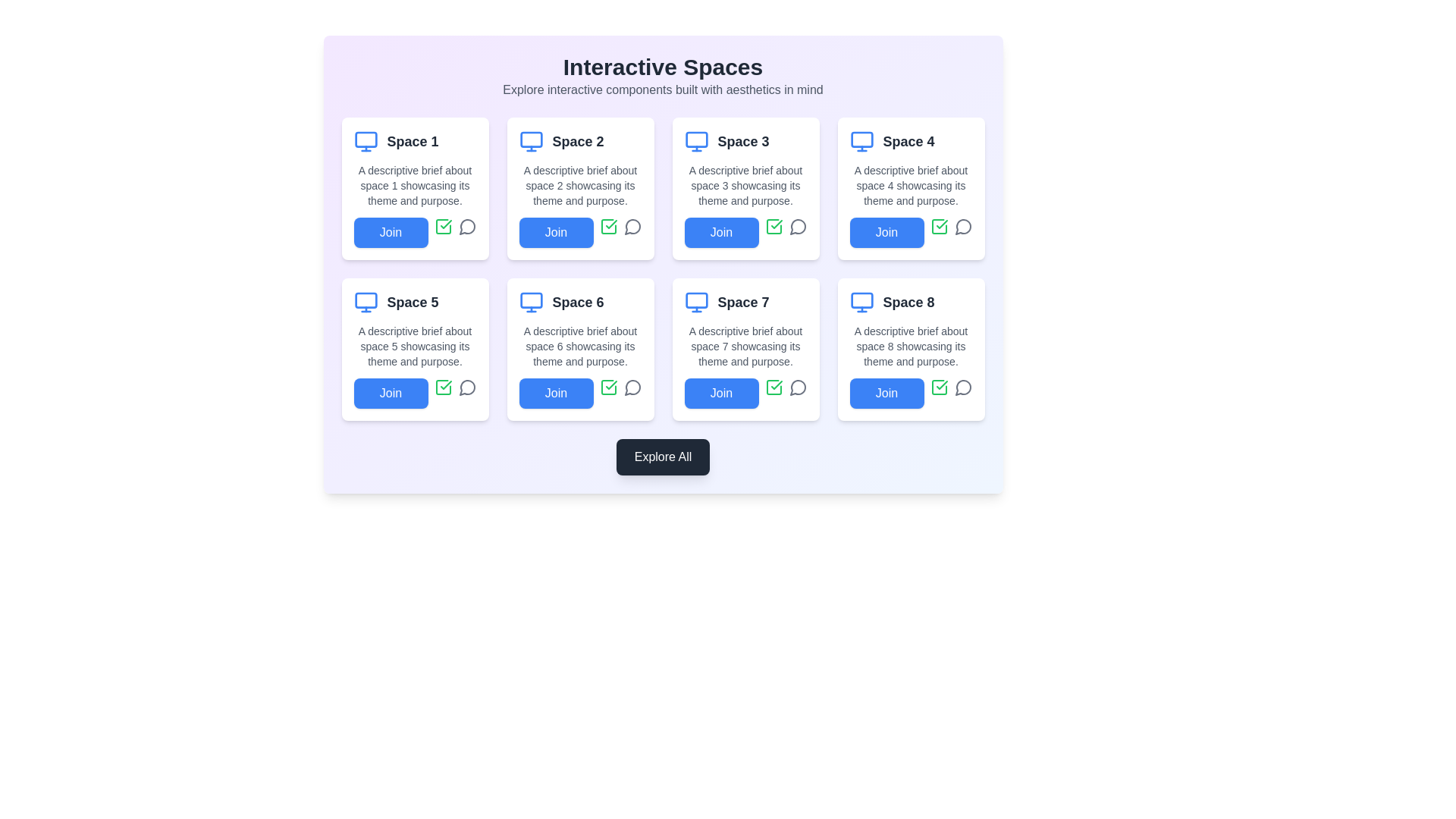  Describe the element at coordinates (797, 227) in the screenshot. I see `the speech bubble icon located at the bottom of the 'Space 3' card under 'Interactive Spaces'` at that location.